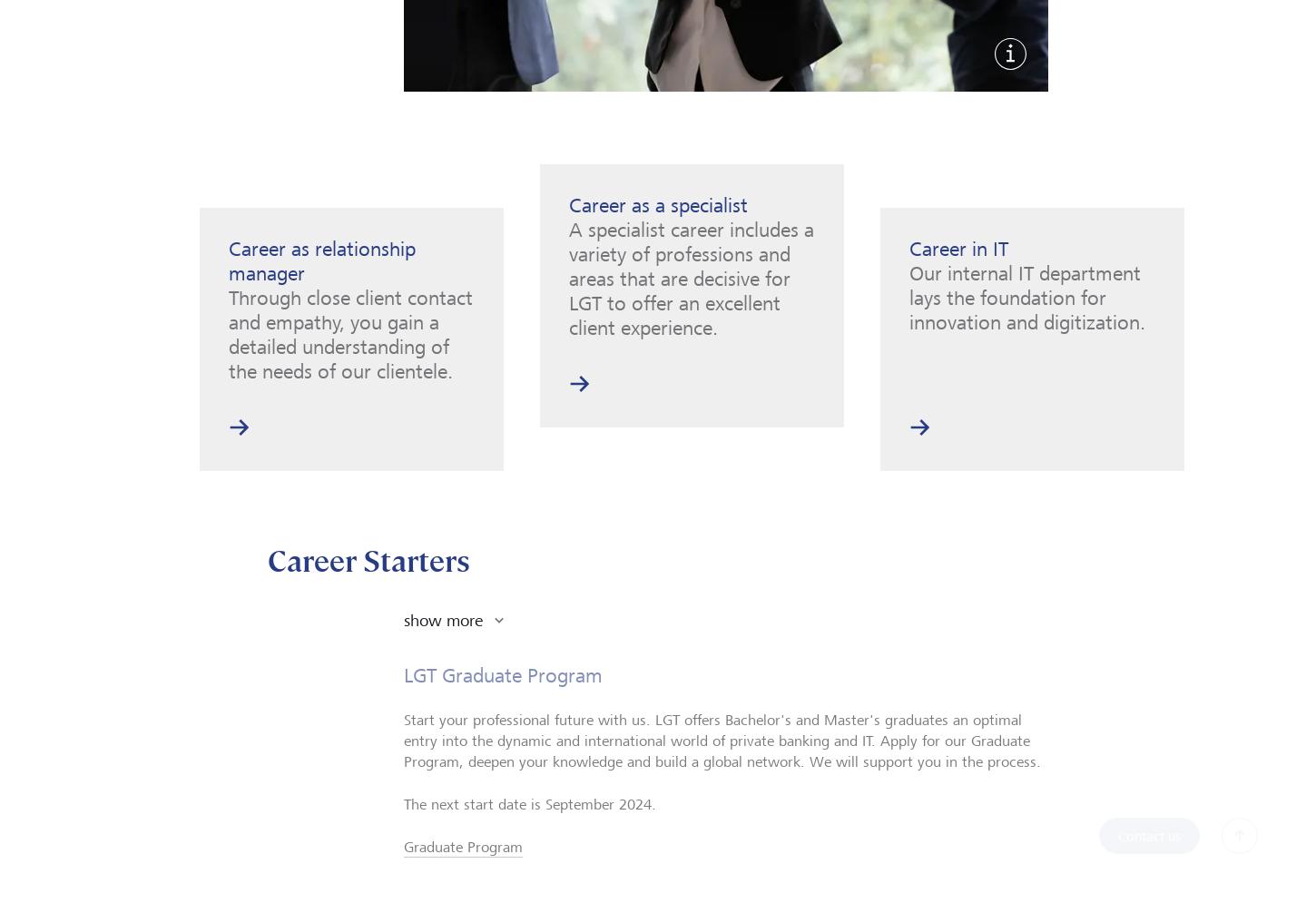 This screenshot has width=1316, height=903. I want to click on 'Graduate Program', so click(463, 864).